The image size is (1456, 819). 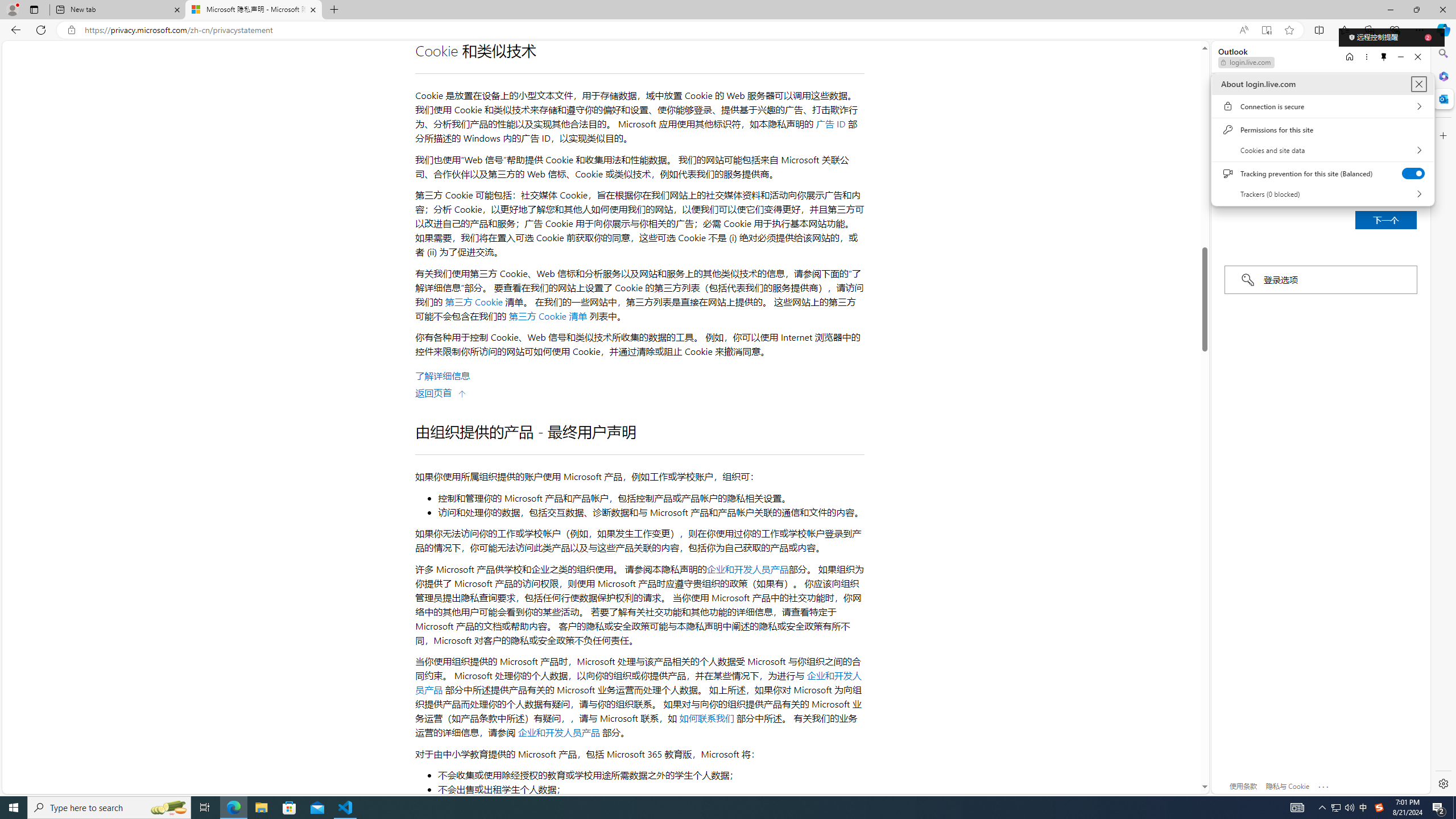 I want to click on 'Connection is secure', so click(x=1322, y=105).